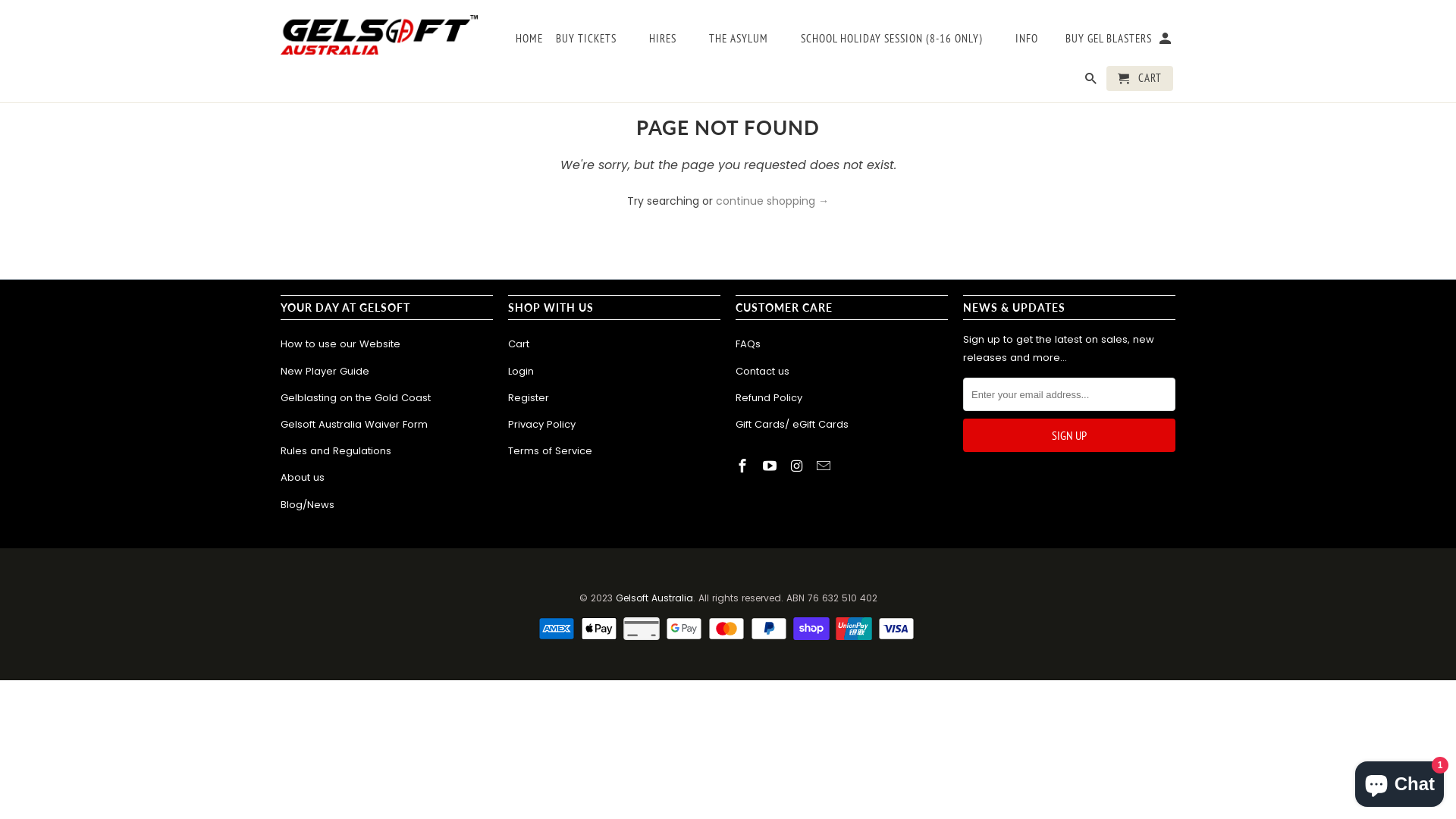 This screenshot has height=819, width=1456. Describe the element at coordinates (1092, 81) in the screenshot. I see `'Search'` at that location.